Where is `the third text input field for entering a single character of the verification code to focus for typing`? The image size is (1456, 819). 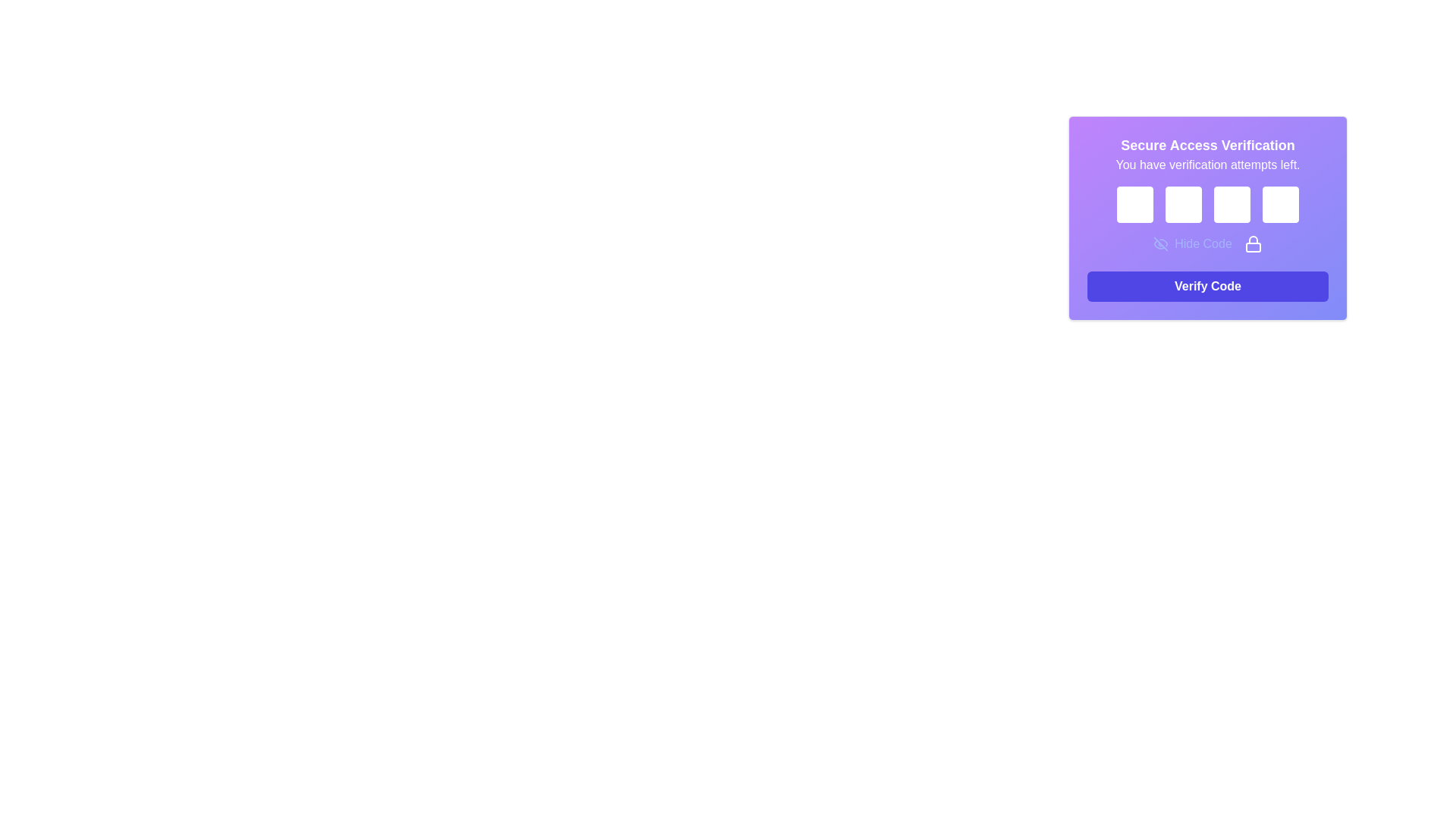
the third text input field for entering a single character of the verification code to focus for typing is located at coordinates (1207, 218).